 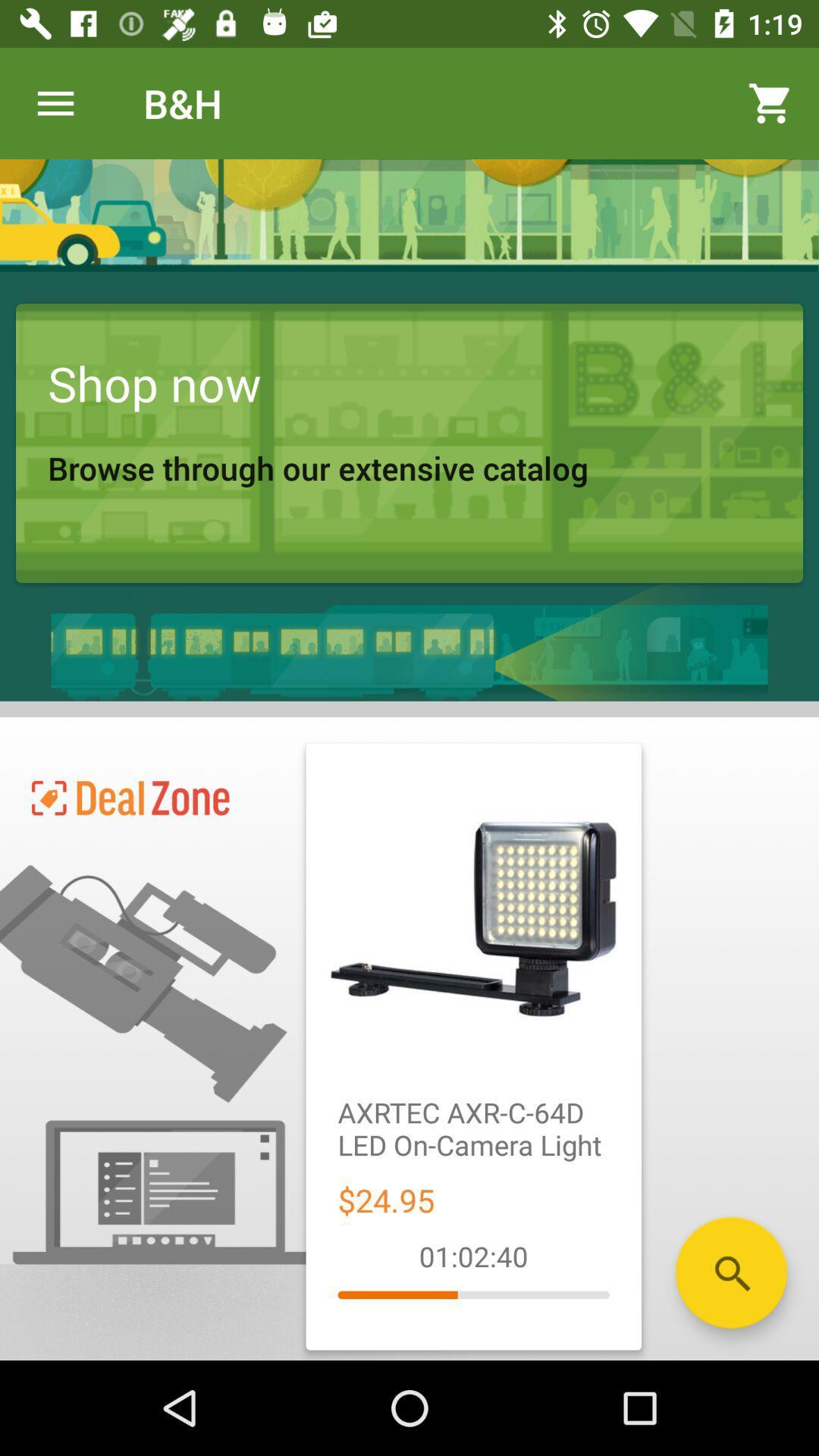 What do you see at coordinates (730, 1272) in the screenshot?
I see `the search icon` at bounding box center [730, 1272].